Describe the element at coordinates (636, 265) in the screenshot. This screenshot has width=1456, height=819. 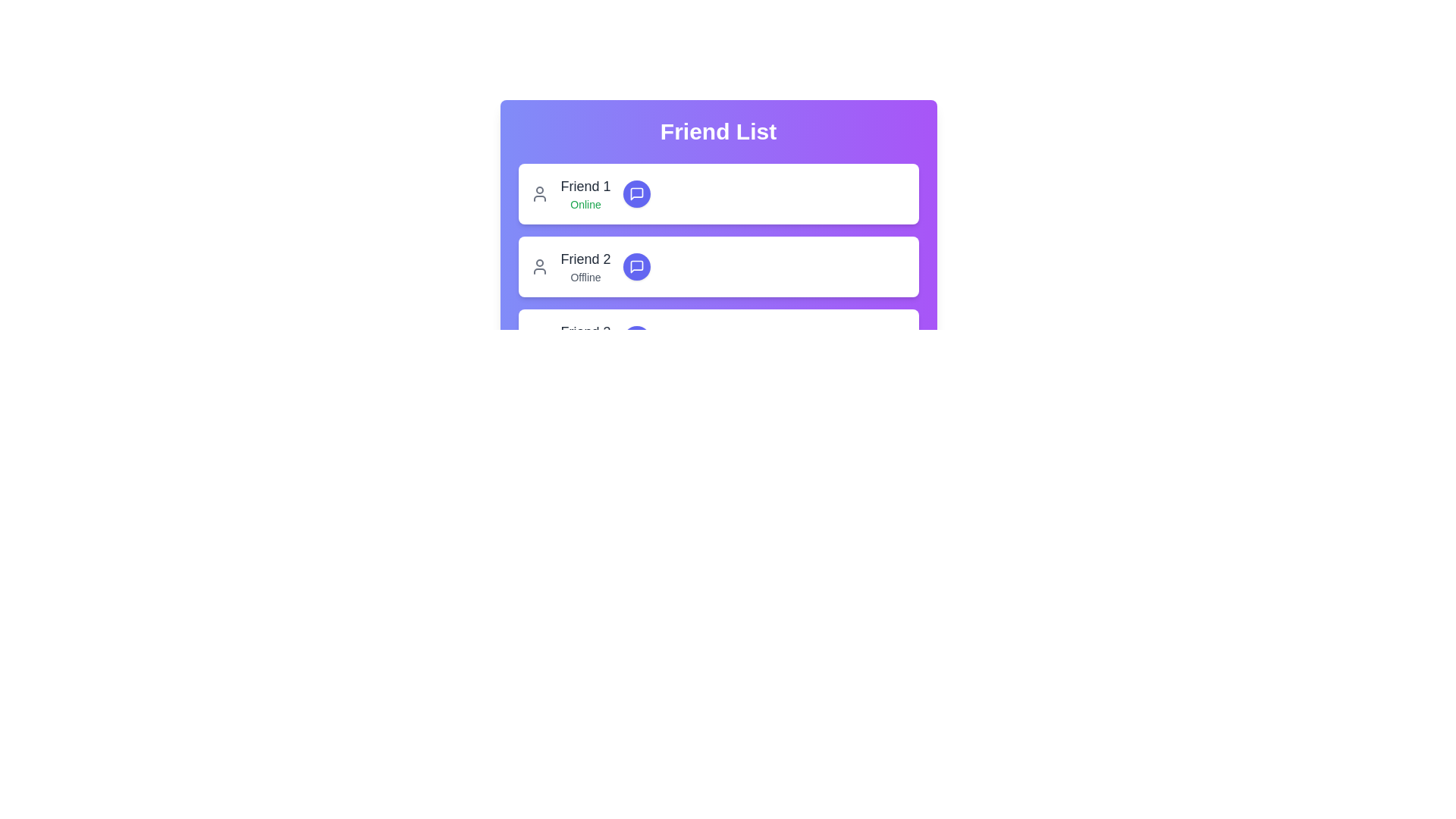
I see `the small circular button with a purple background and a white message square icon for keyboard interaction, located at the far-right of the card for 'Friend 2' in the 'Friend List' interface` at that location.